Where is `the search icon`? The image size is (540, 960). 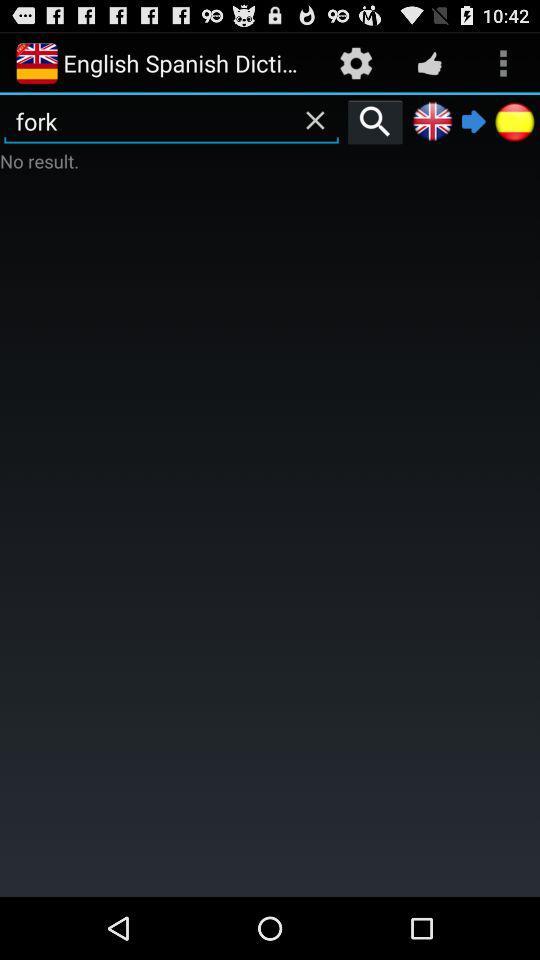 the search icon is located at coordinates (375, 129).